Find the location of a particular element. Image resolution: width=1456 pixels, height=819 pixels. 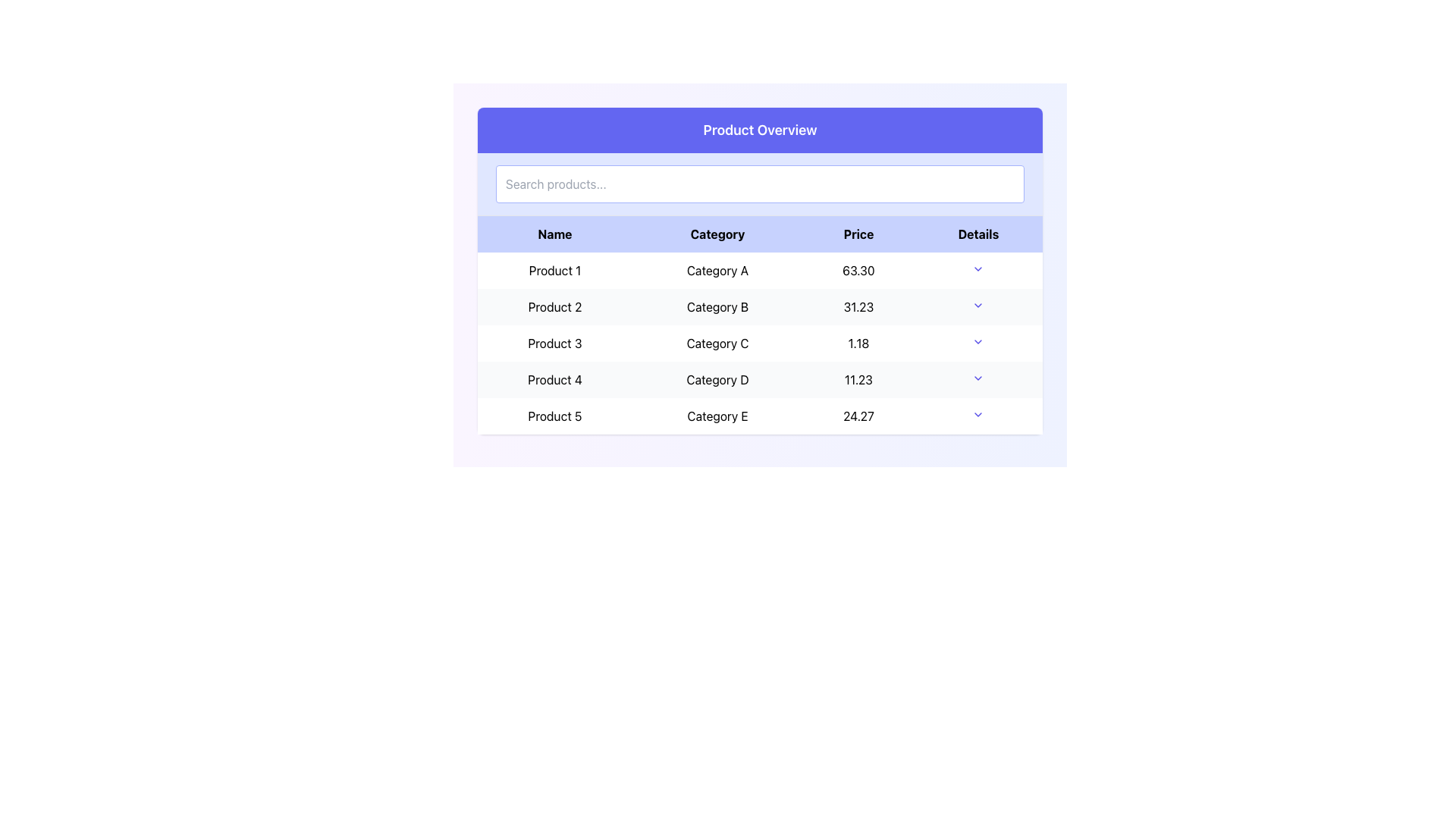

text displayed in the 'Product 1' label located in the first row of the table under the 'Name' column is located at coordinates (554, 270).